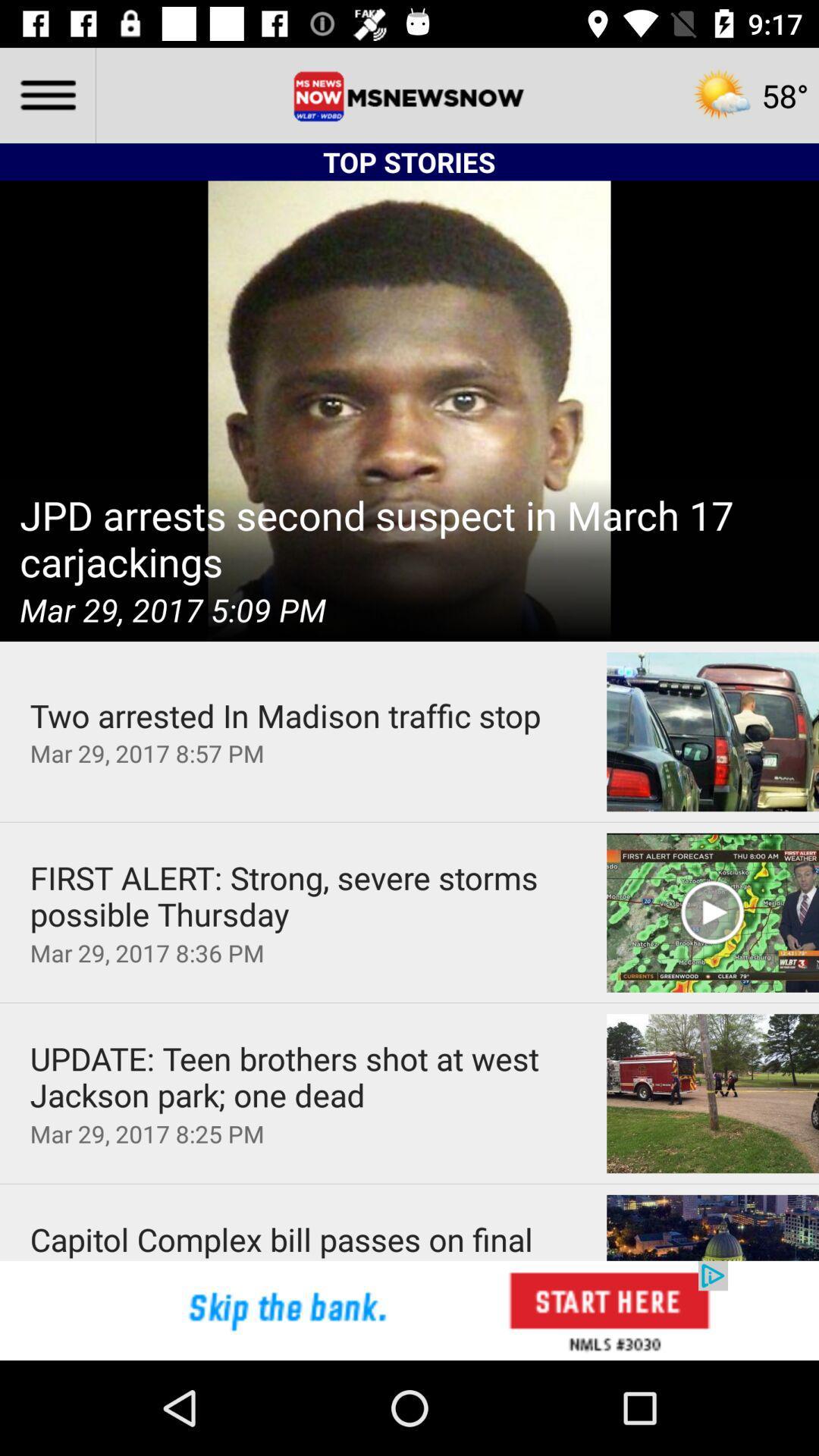  What do you see at coordinates (713, 1093) in the screenshot?
I see `the image which is on mar 29 2017 825 pm` at bounding box center [713, 1093].